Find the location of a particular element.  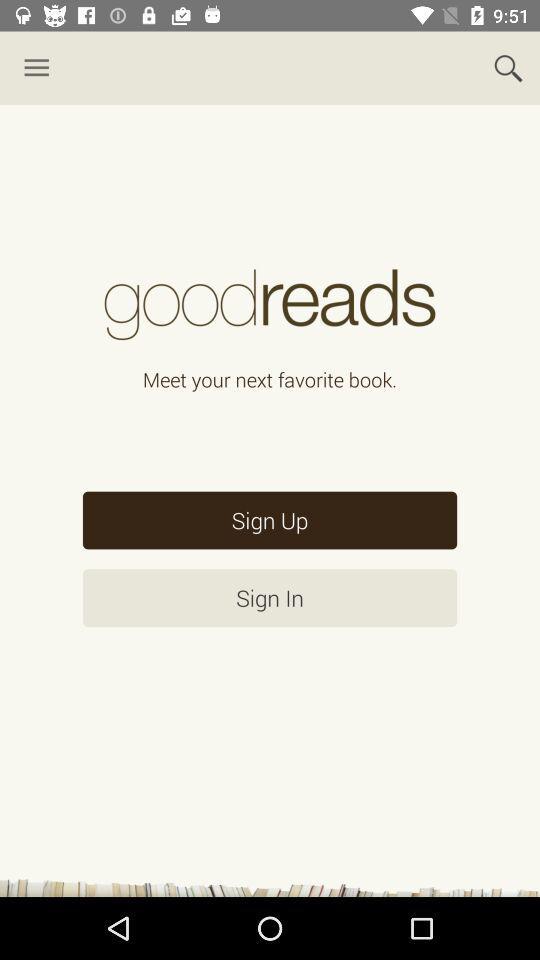

sign in is located at coordinates (270, 598).